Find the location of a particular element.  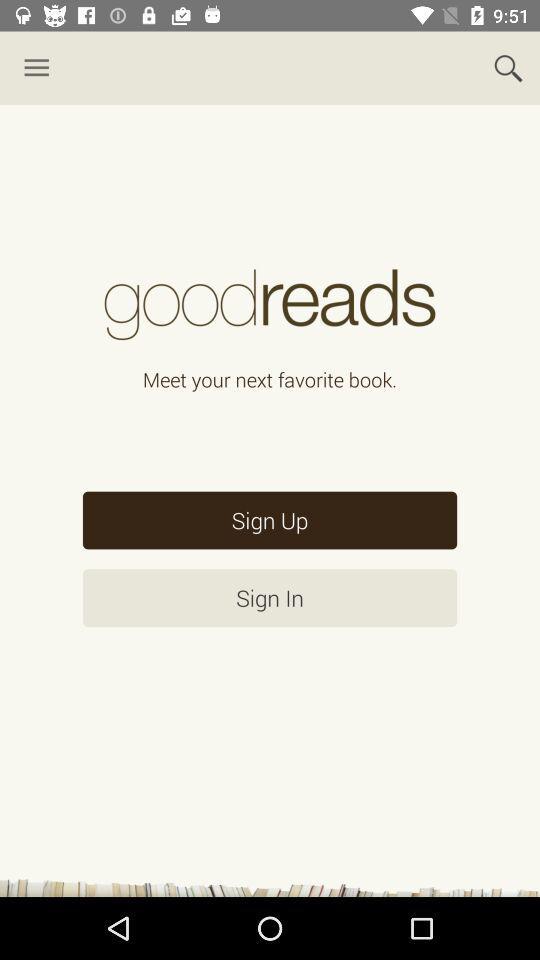

sign in is located at coordinates (270, 598).